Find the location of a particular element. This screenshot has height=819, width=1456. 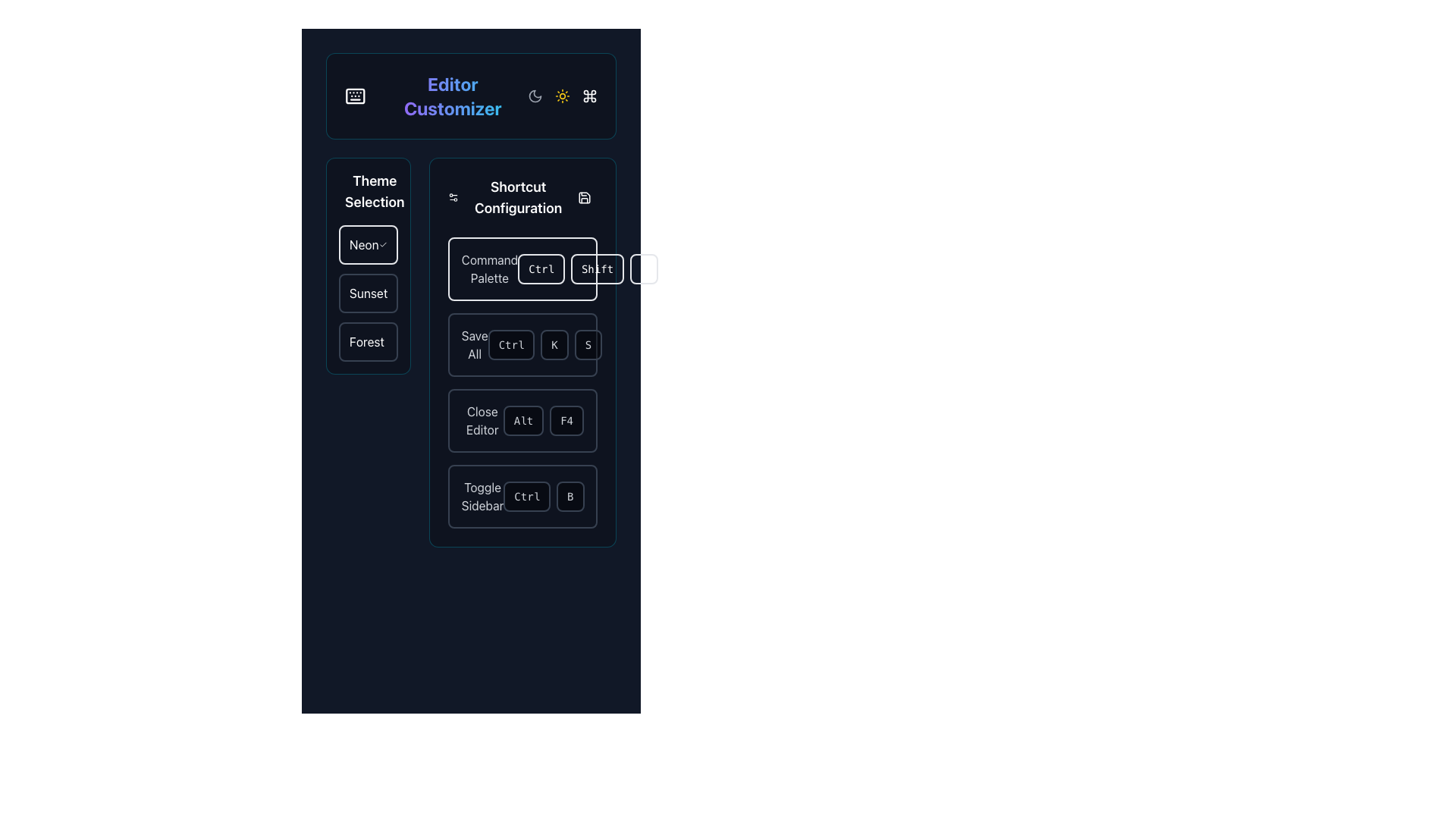

the 'K' key button, which is the second button in the 'Shortcut Configuration' group, as part of the 'Save All' command sequence is located at coordinates (554, 345).